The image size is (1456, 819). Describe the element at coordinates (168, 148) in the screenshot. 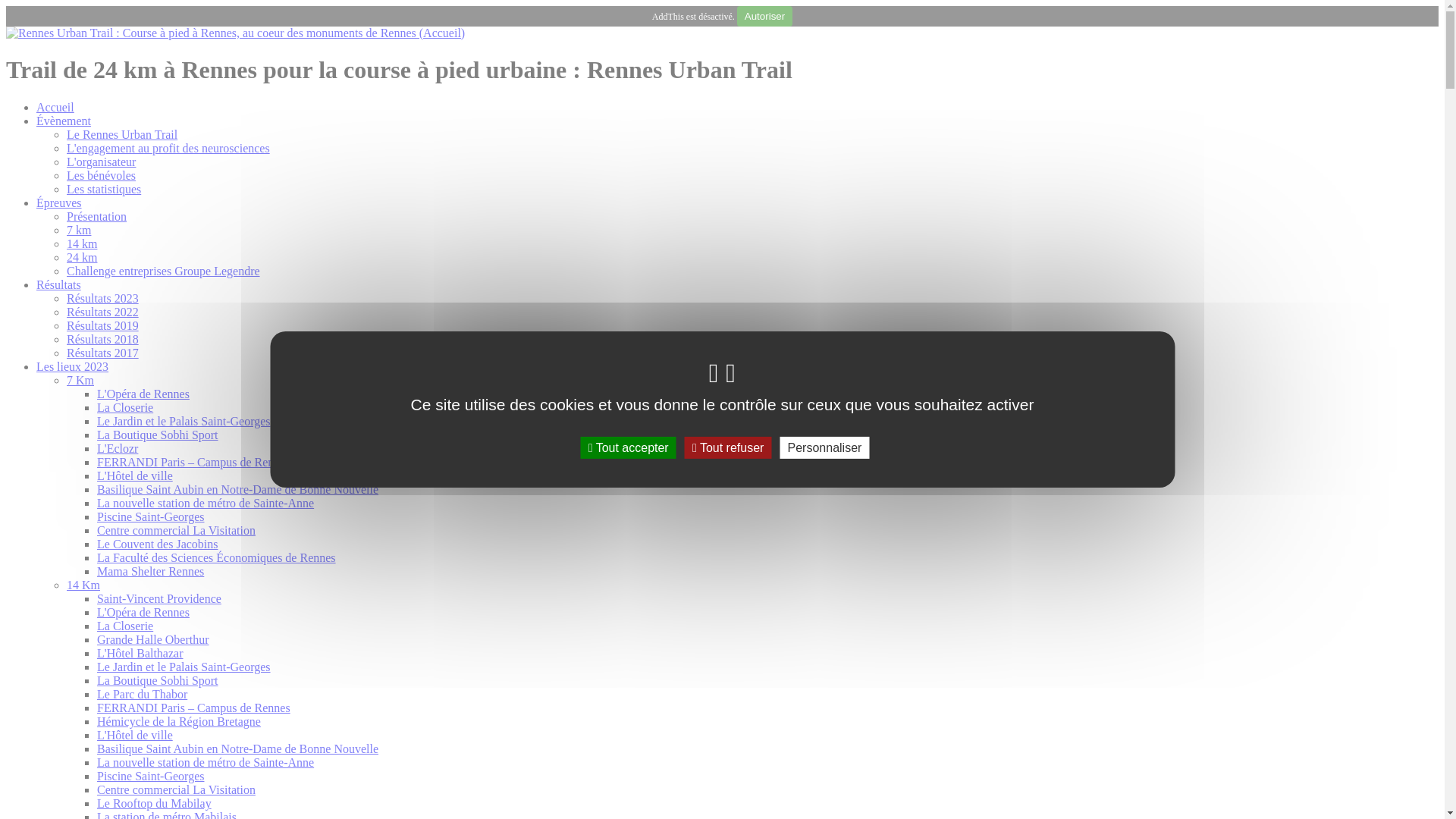

I see `'L'engagement au profit des neurosciences'` at that location.